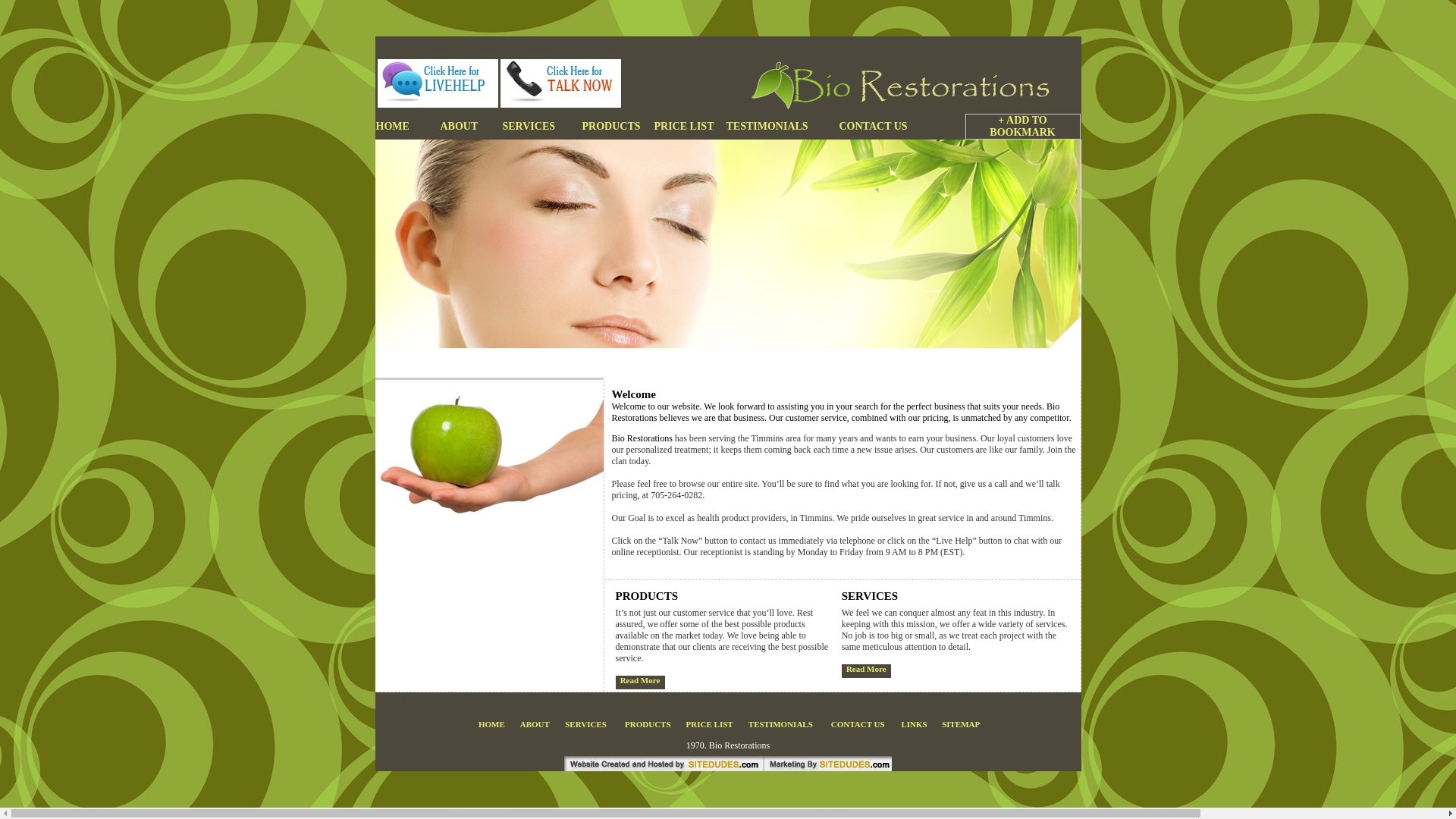 The image size is (1456, 819). What do you see at coordinates (469, 125) in the screenshot?
I see `'ABOUT'` at bounding box center [469, 125].